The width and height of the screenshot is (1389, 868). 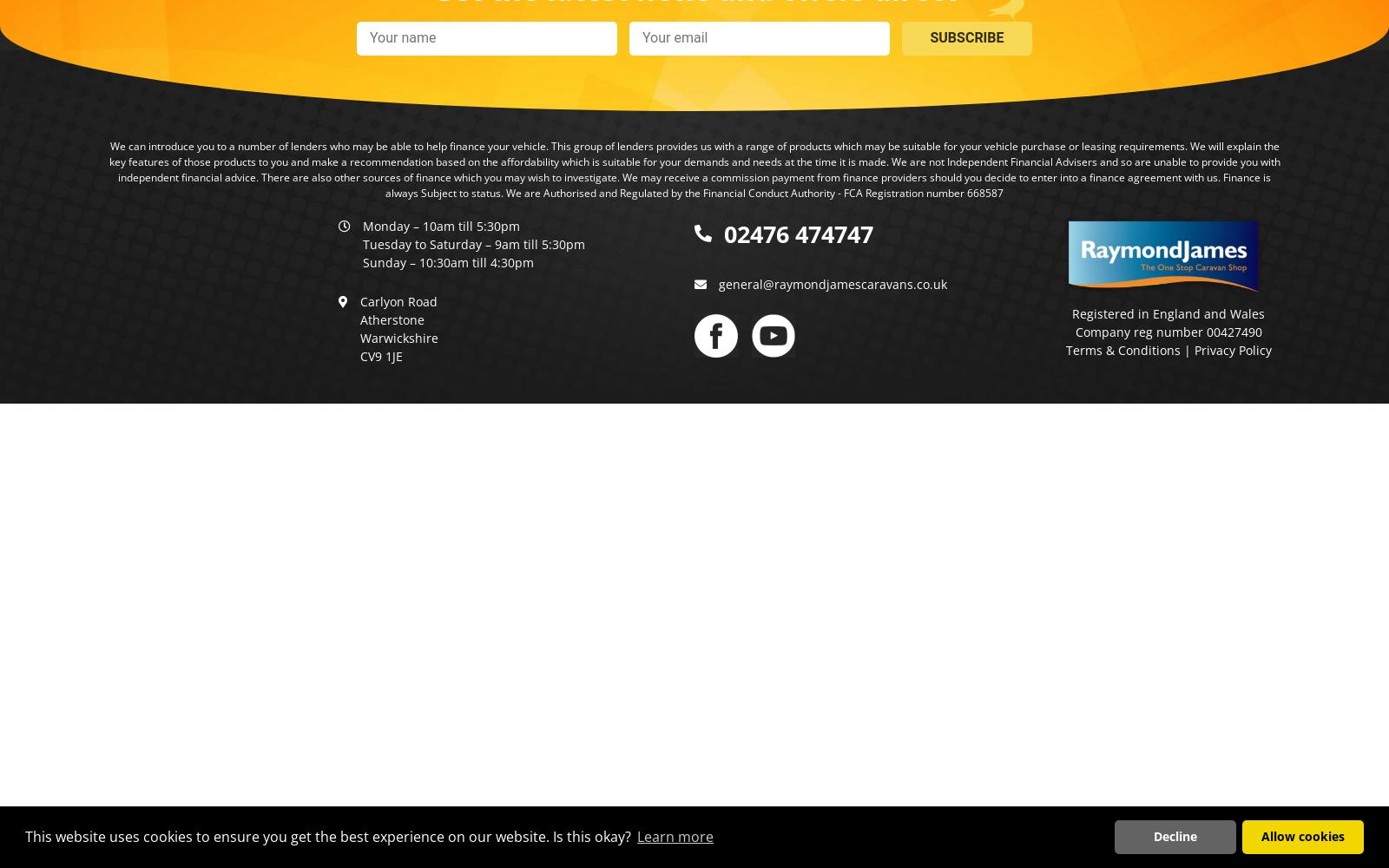 What do you see at coordinates (398, 299) in the screenshot?
I see `'Carlyon Road'` at bounding box center [398, 299].